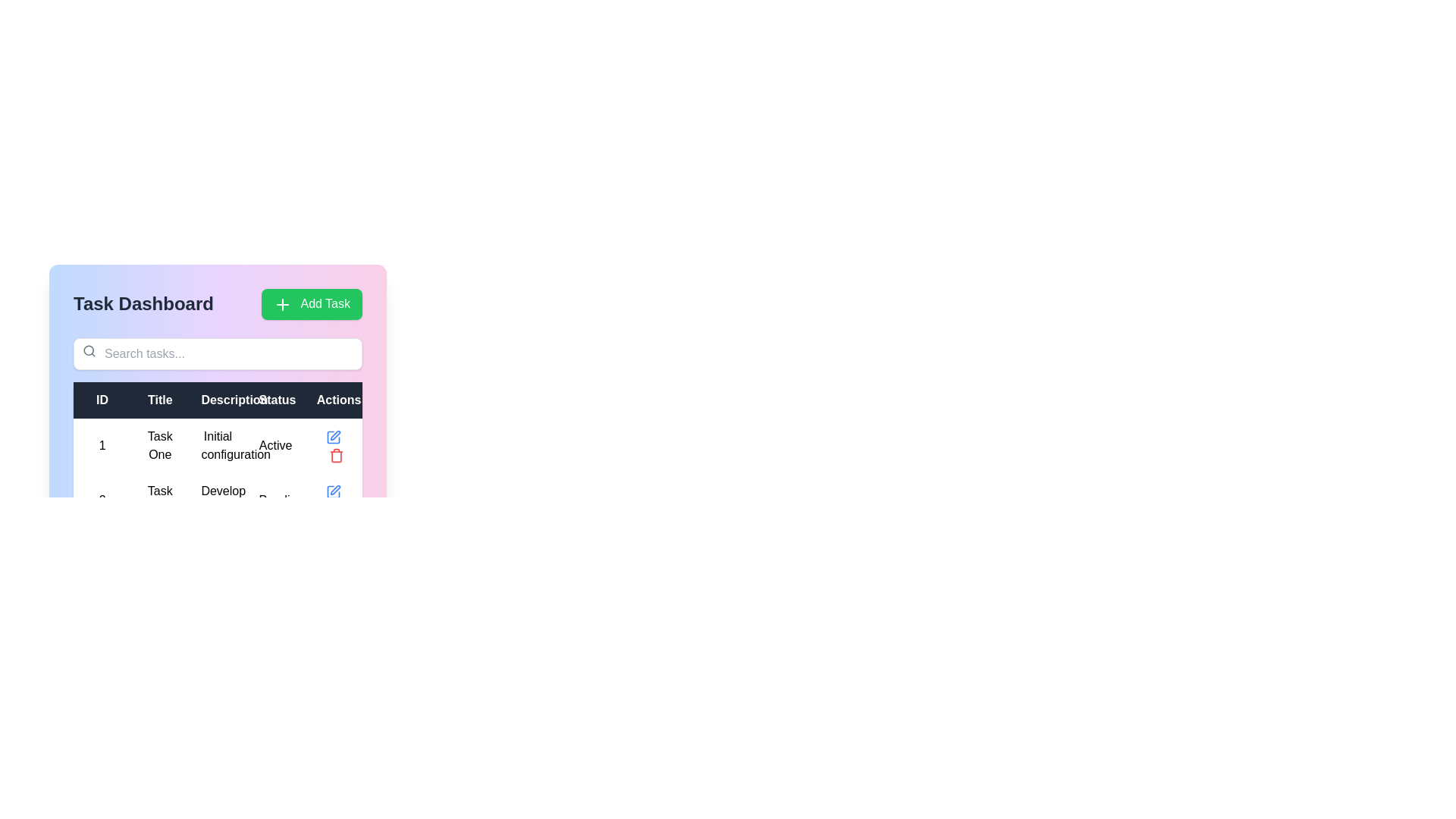 Image resolution: width=1456 pixels, height=819 pixels. What do you see at coordinates (332, 436) in the screenshot?
I see `the edit button located in the first row of the table under the 'Actions' column, which is the second interactive element in that cell` at bounding box center [332, 436].